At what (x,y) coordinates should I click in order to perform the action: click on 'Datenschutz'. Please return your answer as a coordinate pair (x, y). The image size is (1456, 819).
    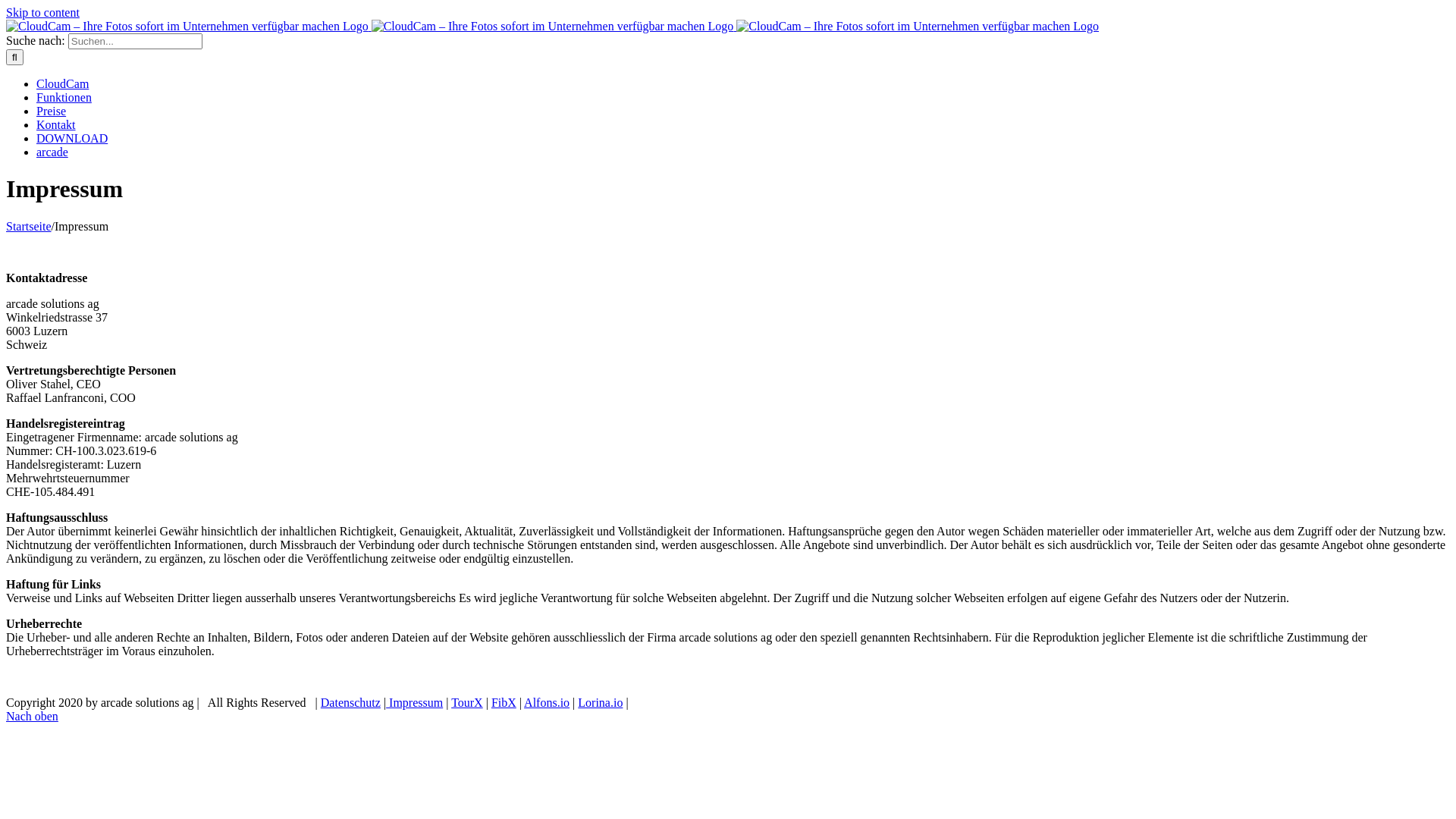
    Looking at the image, I should click on (350, 702).